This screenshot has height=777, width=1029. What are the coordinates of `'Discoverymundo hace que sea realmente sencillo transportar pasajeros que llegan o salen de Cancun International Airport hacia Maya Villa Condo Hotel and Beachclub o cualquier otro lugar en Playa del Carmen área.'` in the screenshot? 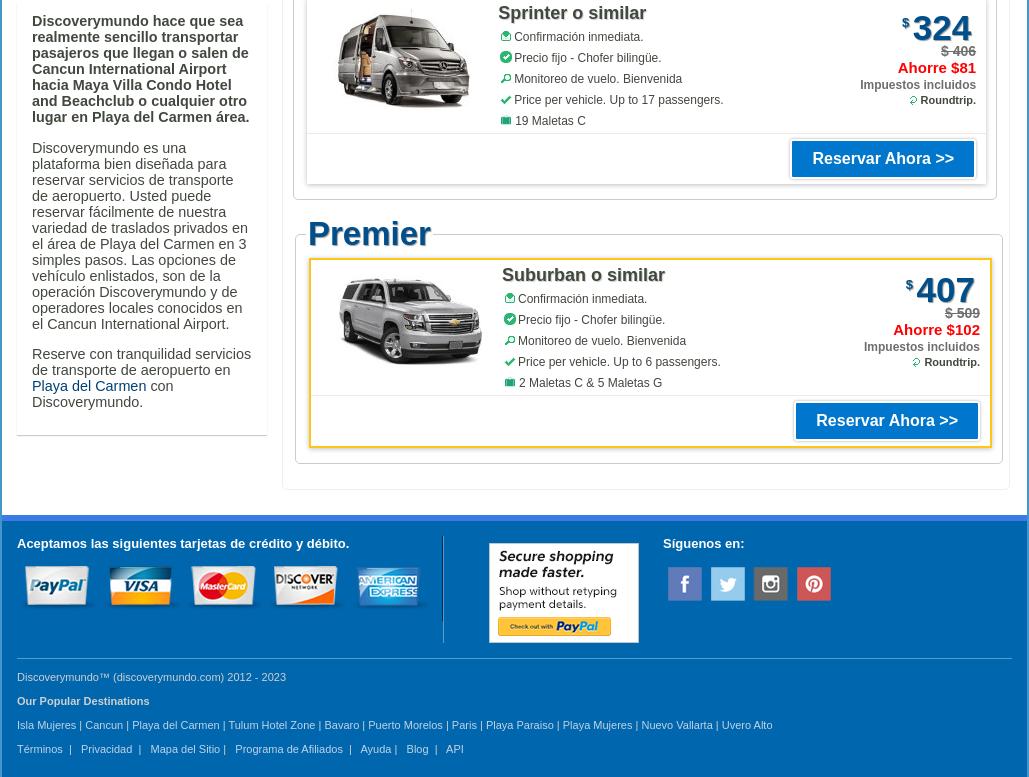 It's located at (32, 67).